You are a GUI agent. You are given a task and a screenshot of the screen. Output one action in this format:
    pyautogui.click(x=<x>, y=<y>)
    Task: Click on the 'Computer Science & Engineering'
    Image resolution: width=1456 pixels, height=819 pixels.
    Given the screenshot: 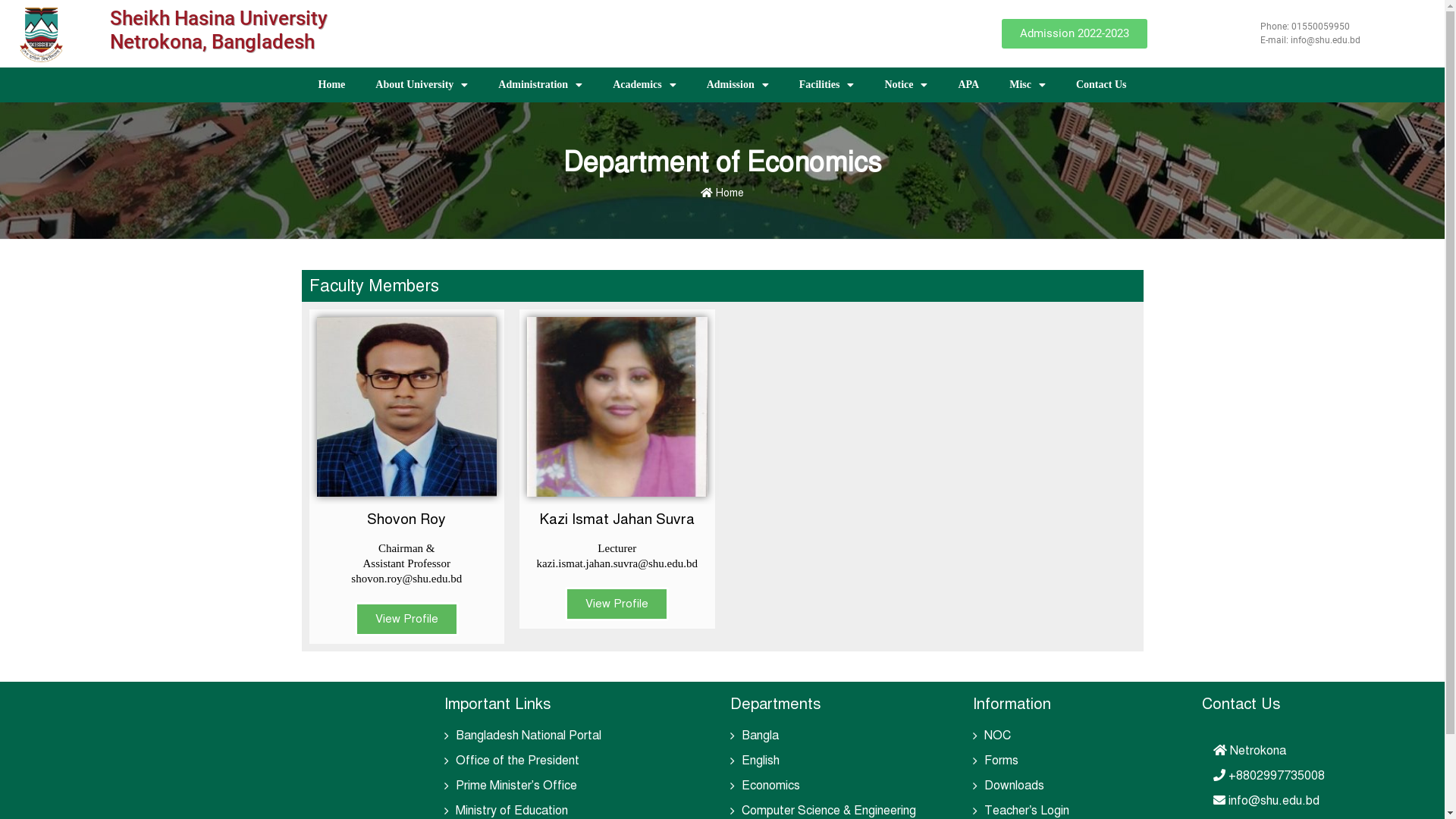 What is the action you would take?
    pyautogui.click(x=828, y=809)
    